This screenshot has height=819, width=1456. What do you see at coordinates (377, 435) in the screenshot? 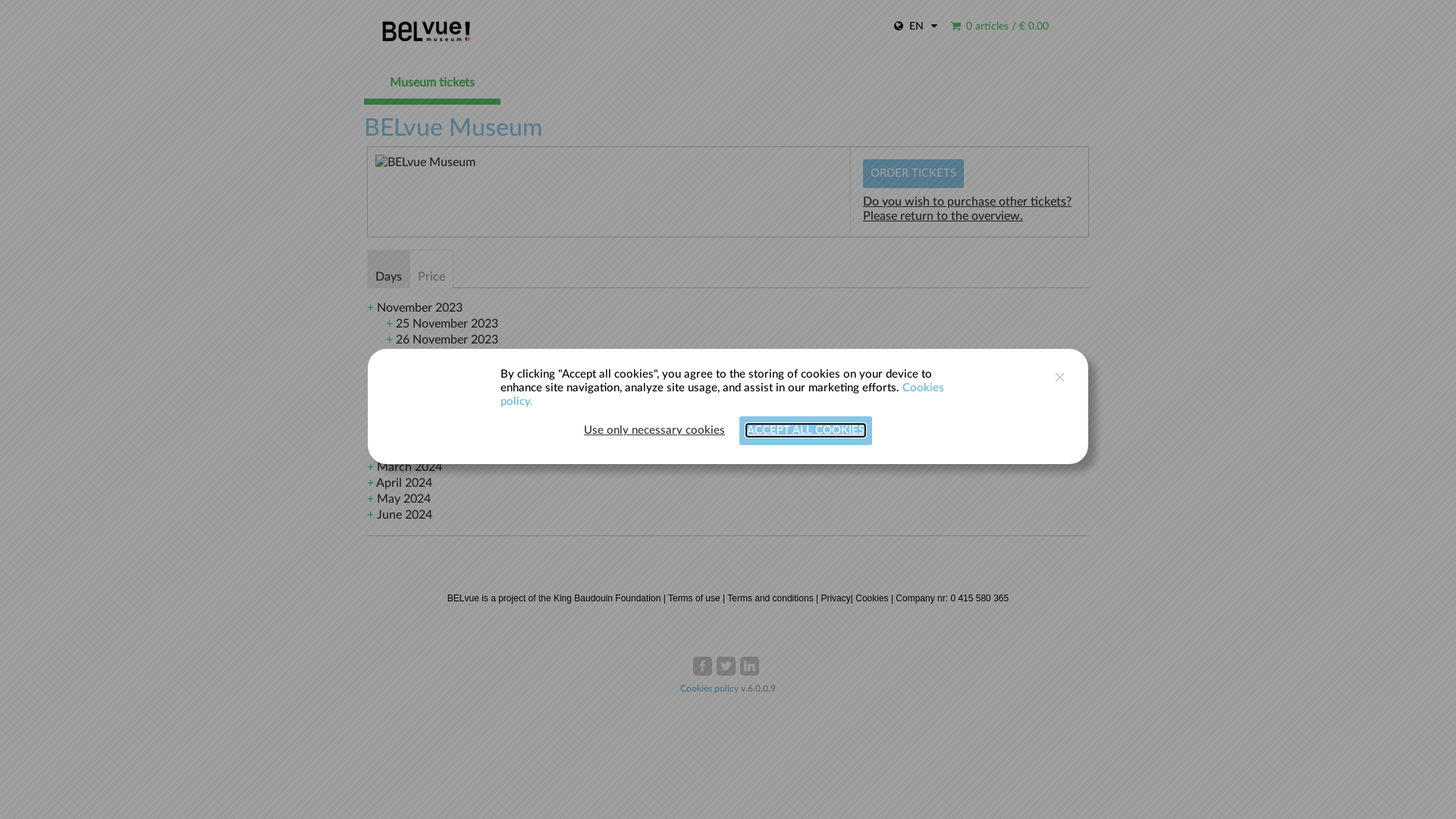
I see `'January 2024'` at bounding box center [377, 435].